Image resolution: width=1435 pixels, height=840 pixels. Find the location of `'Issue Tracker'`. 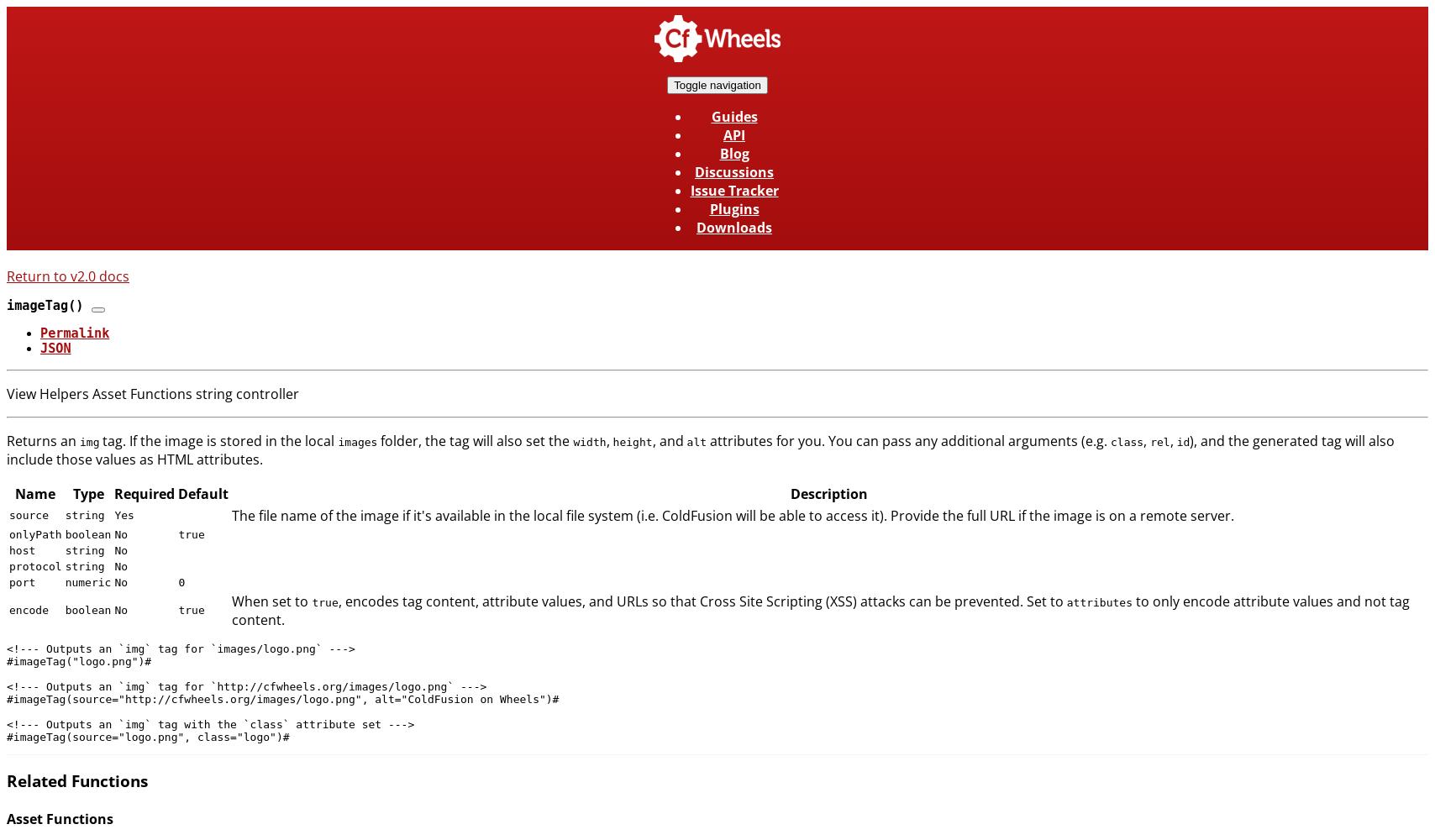

'Issue Tracker' is located at coordinates (733, 190).